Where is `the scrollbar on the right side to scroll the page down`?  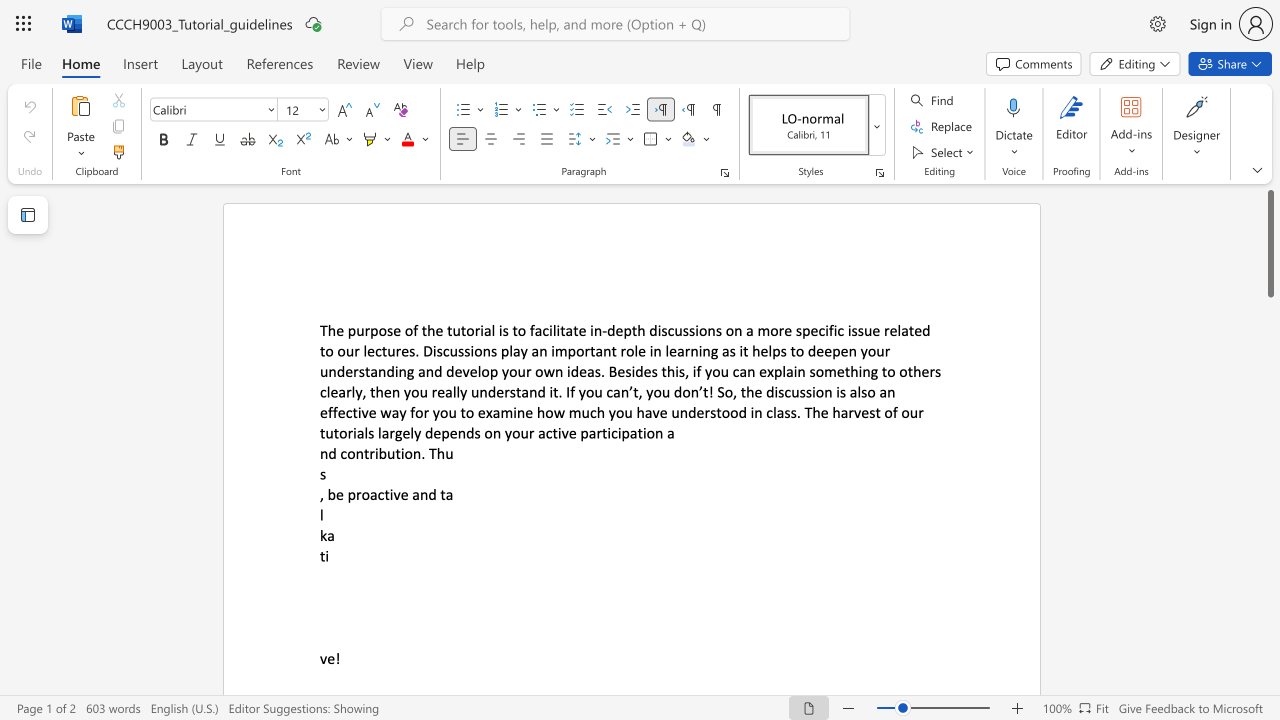 the scrollbar on the right side to scroll the page down is located at coordinates (1269, 580).